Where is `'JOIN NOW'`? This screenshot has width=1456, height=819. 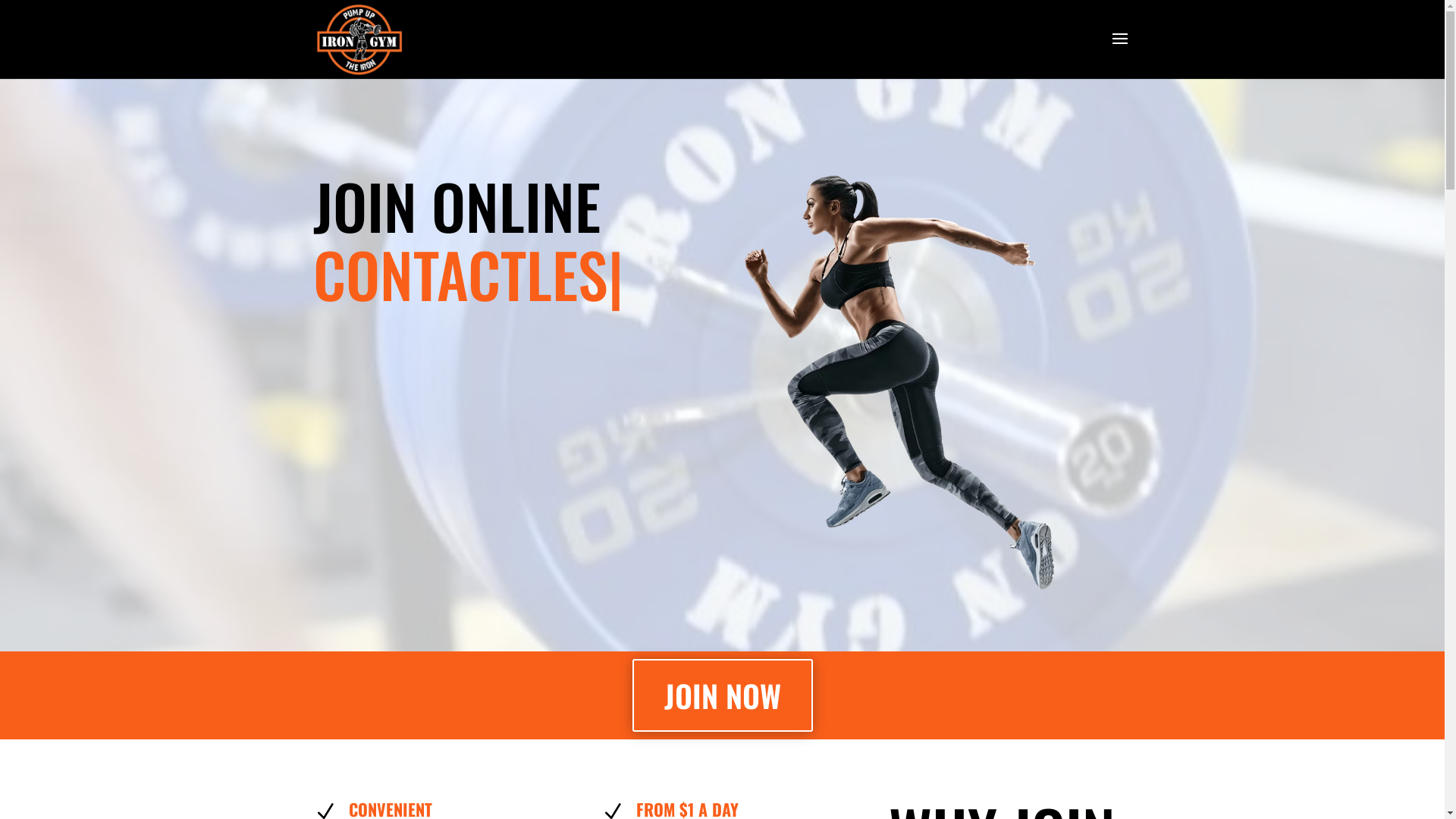 'JOIN NOW' is located at coordinates (722, 695).